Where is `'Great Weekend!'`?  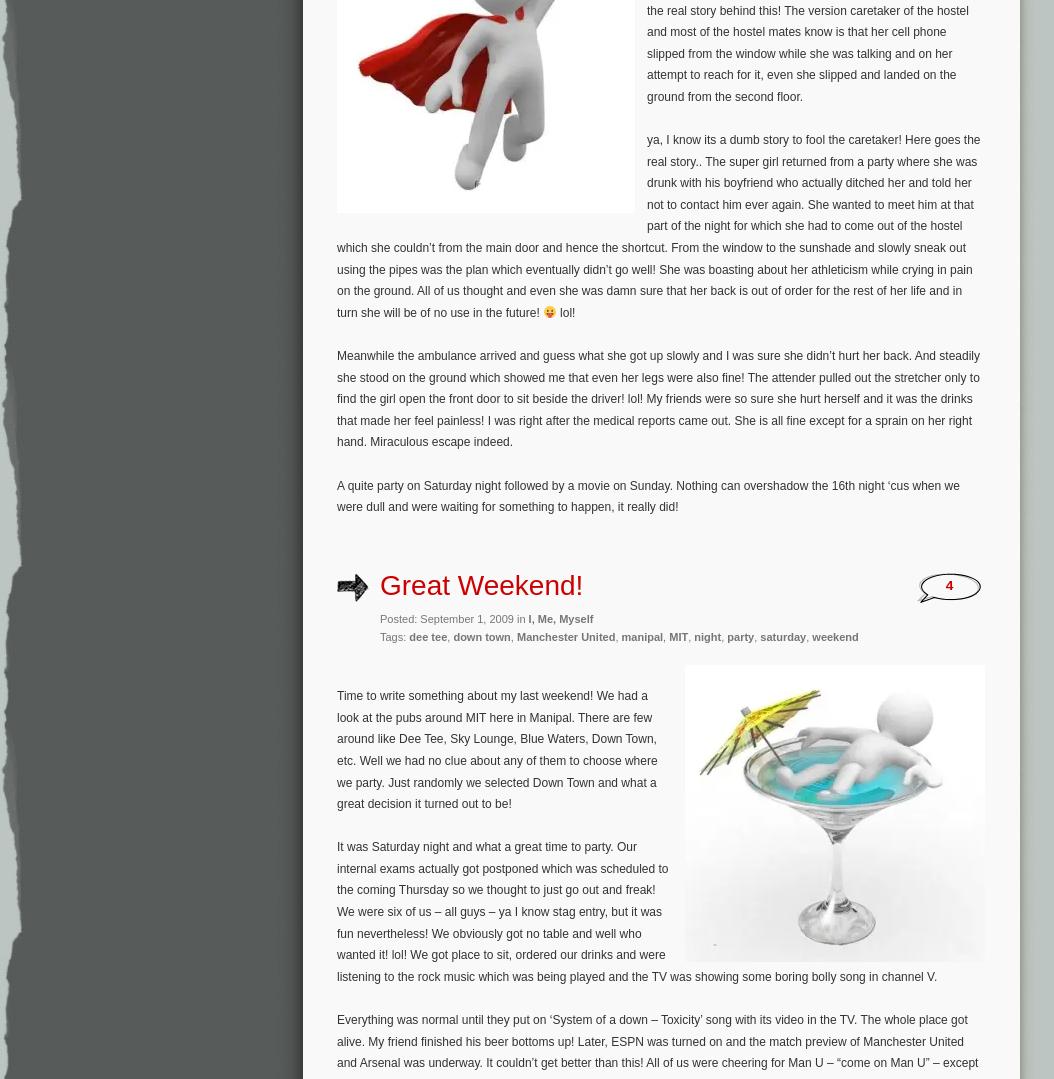 'Great Weekend!' is located at coordinates (378, 585).